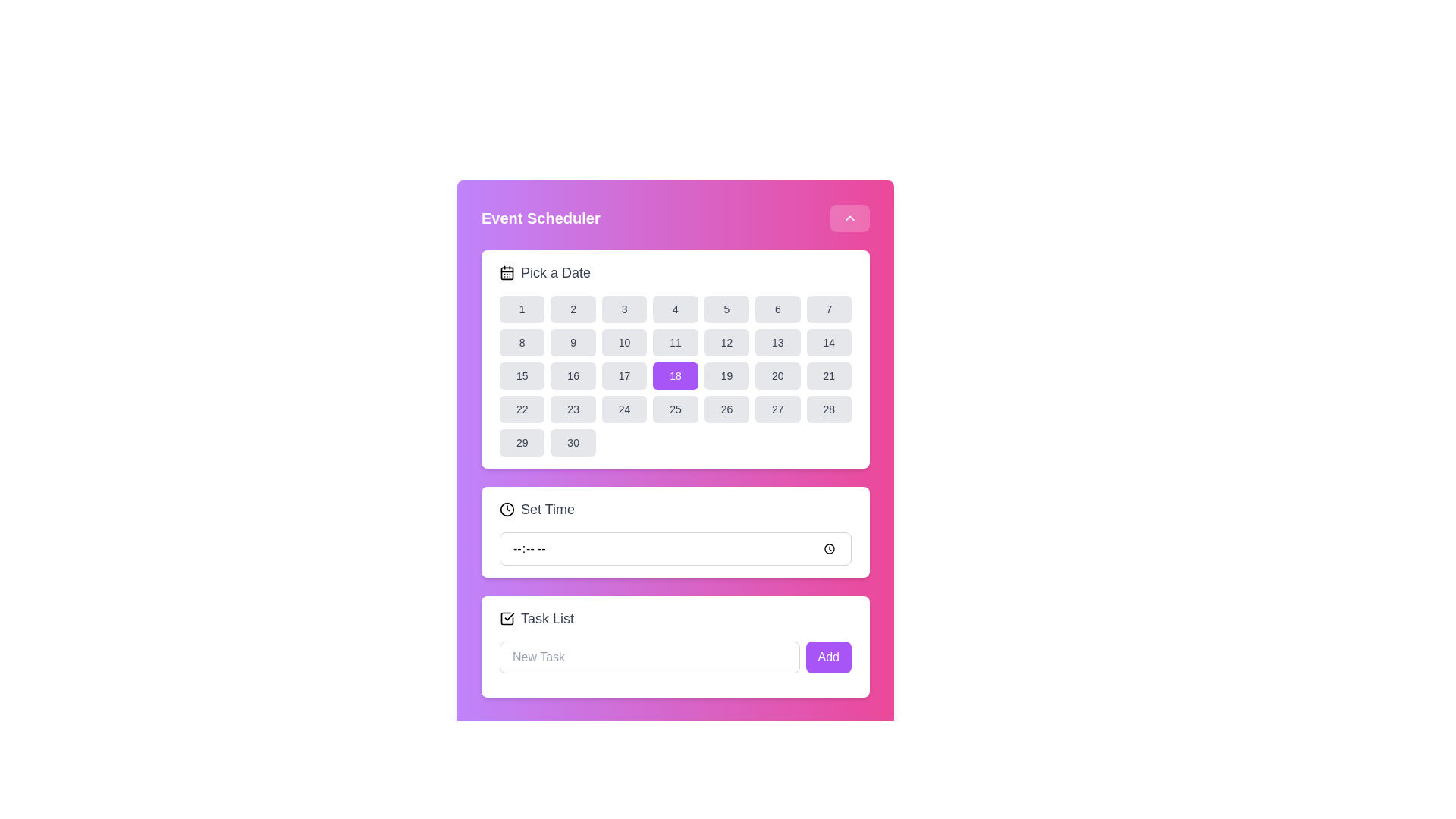 The height and width of the screenshot is (819, 1456). Describe the element at coordinates (675, 375) in the screenshot. I see `the button labeled '18' with a purple background` at that location.